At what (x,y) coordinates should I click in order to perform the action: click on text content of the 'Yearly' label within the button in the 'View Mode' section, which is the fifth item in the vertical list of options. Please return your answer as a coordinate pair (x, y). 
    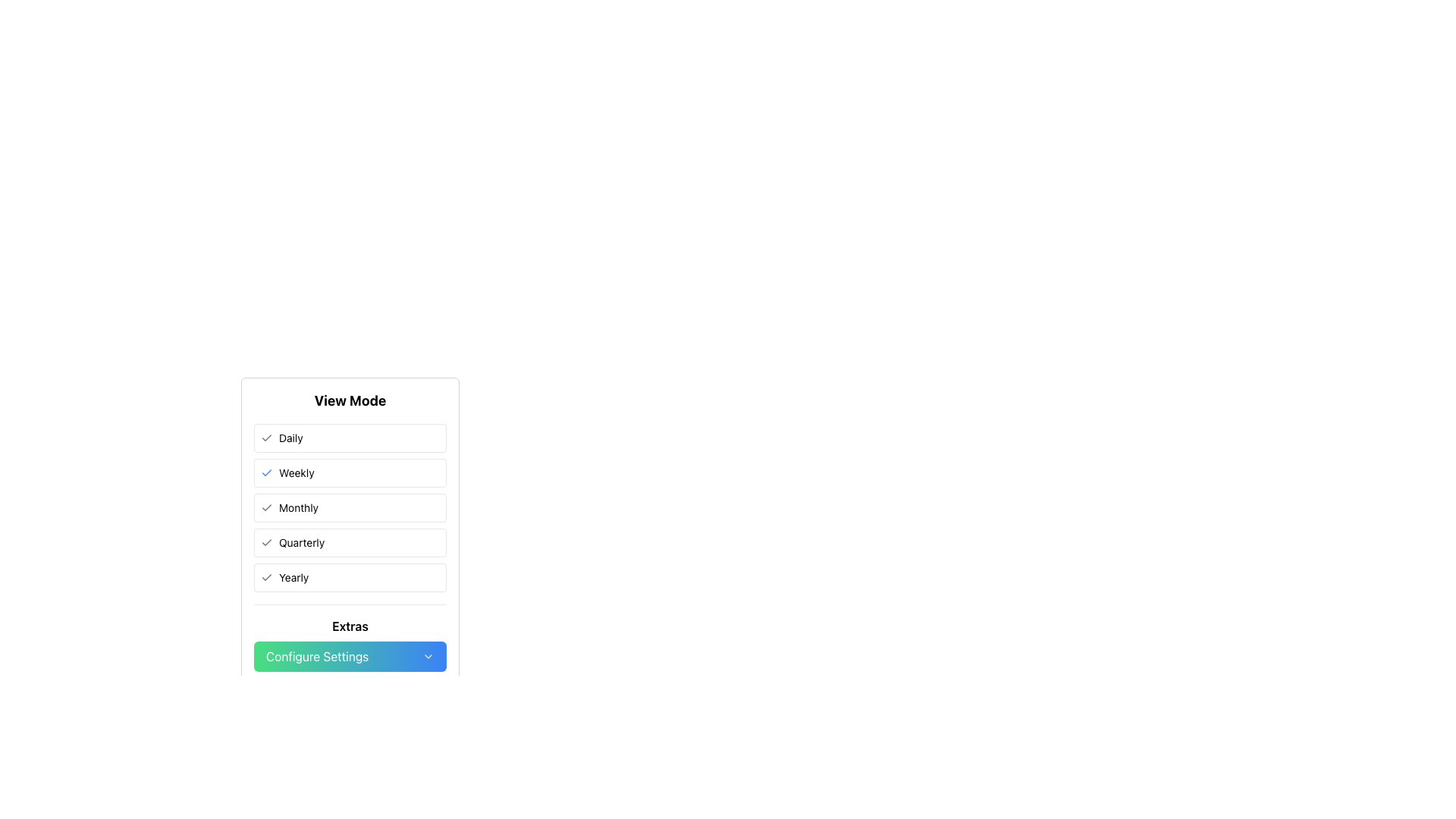
    Looking at the image, I should click on (293, 578).